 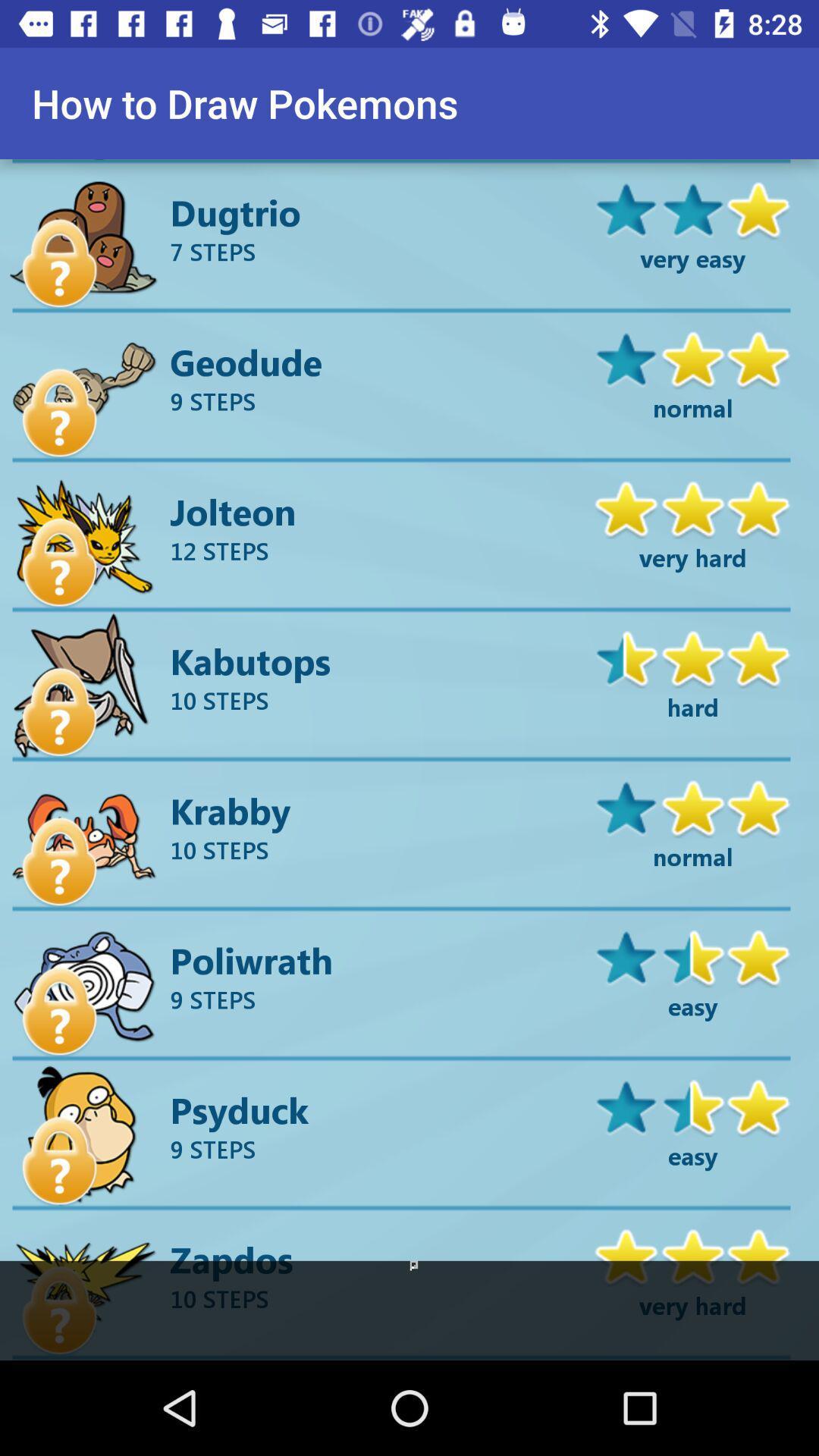 What do you see at coordinates (693, 1106) in the screenshot?
I see `top of easy` at bounding box center [693, 1106].